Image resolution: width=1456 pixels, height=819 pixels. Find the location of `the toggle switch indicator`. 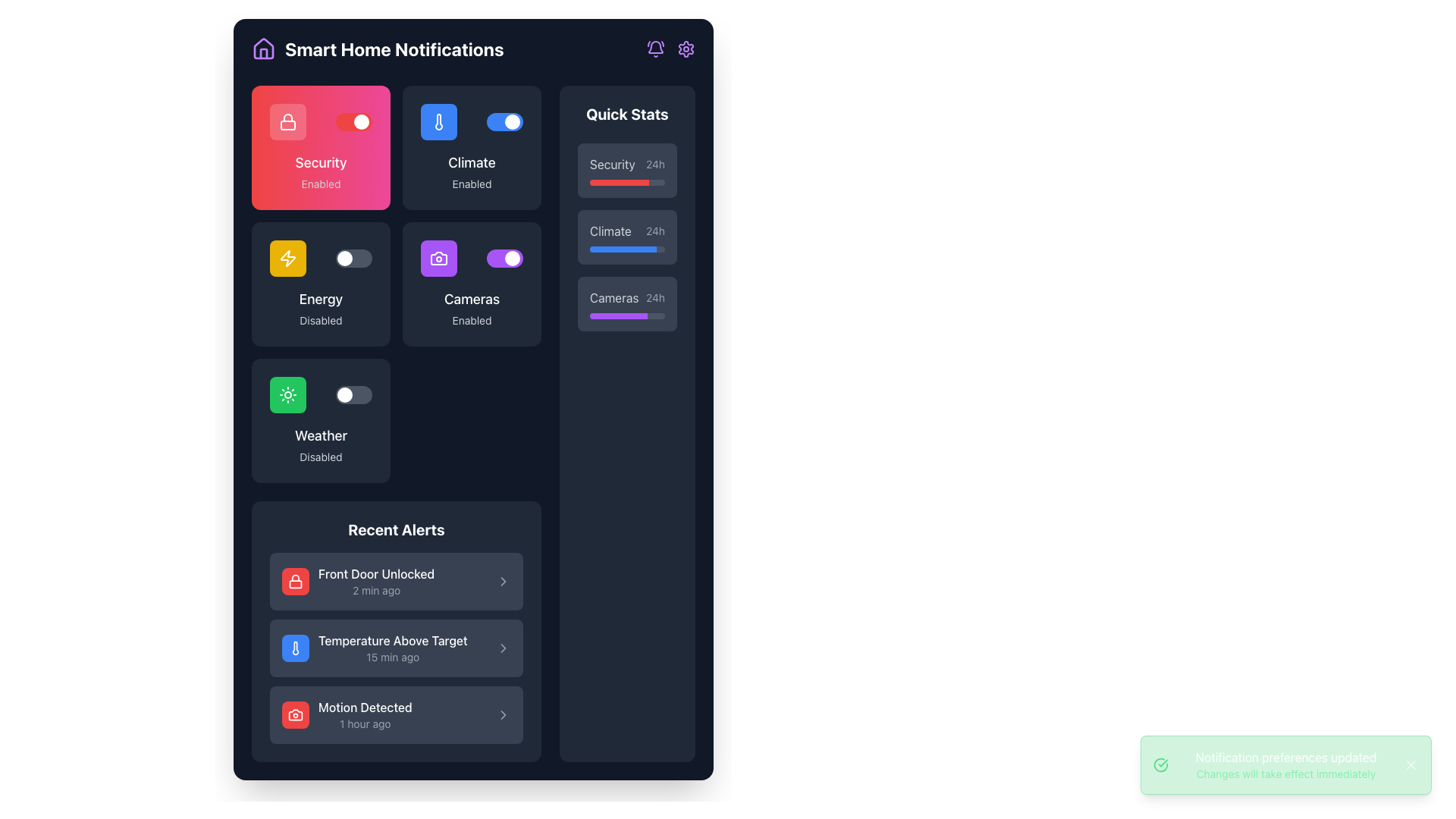

the toggle switch indicator is located at coordinates (513, 257).